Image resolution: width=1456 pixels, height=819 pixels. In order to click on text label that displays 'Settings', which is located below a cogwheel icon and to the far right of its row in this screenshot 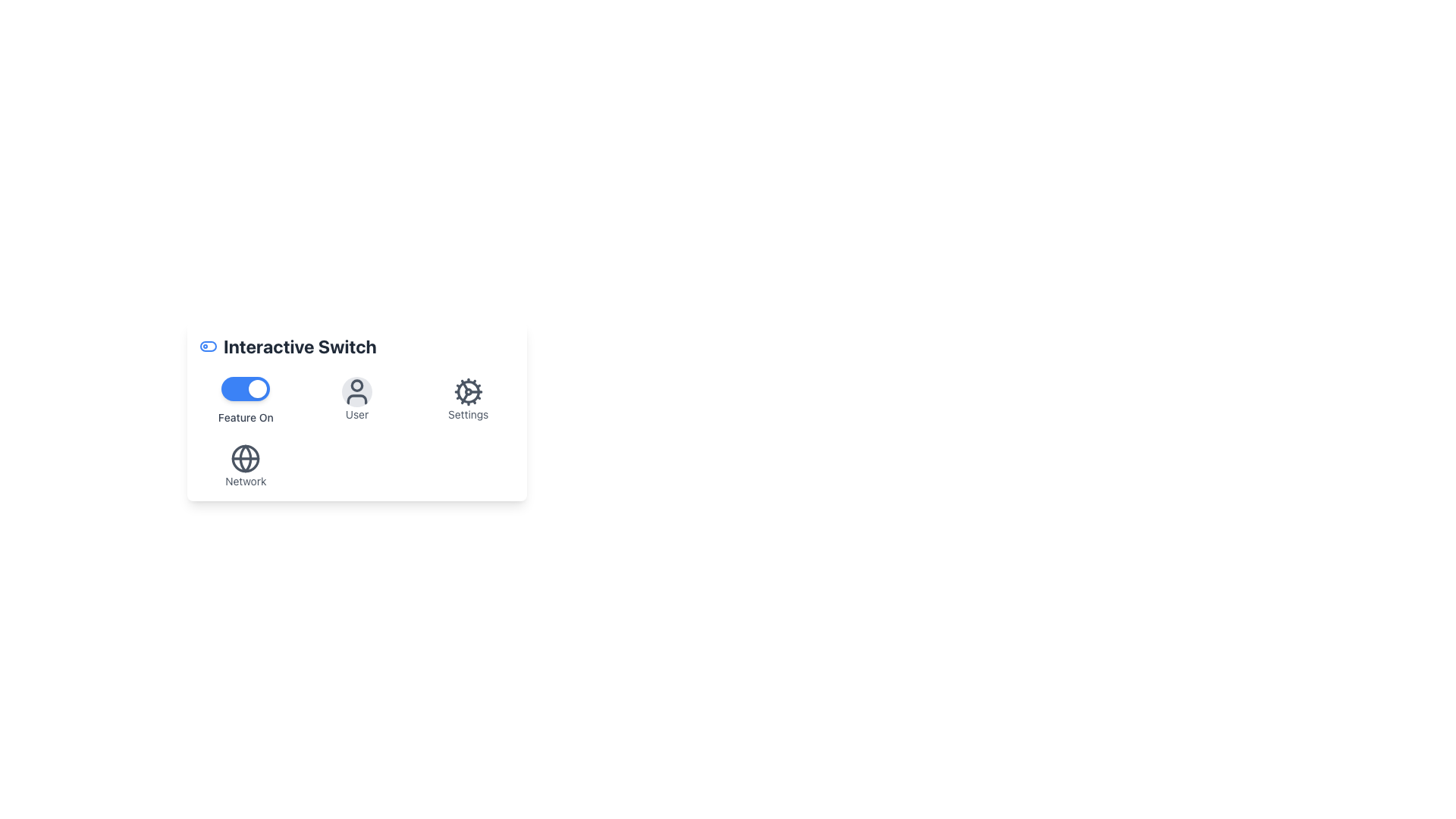, I will do `click(467, 415)`.